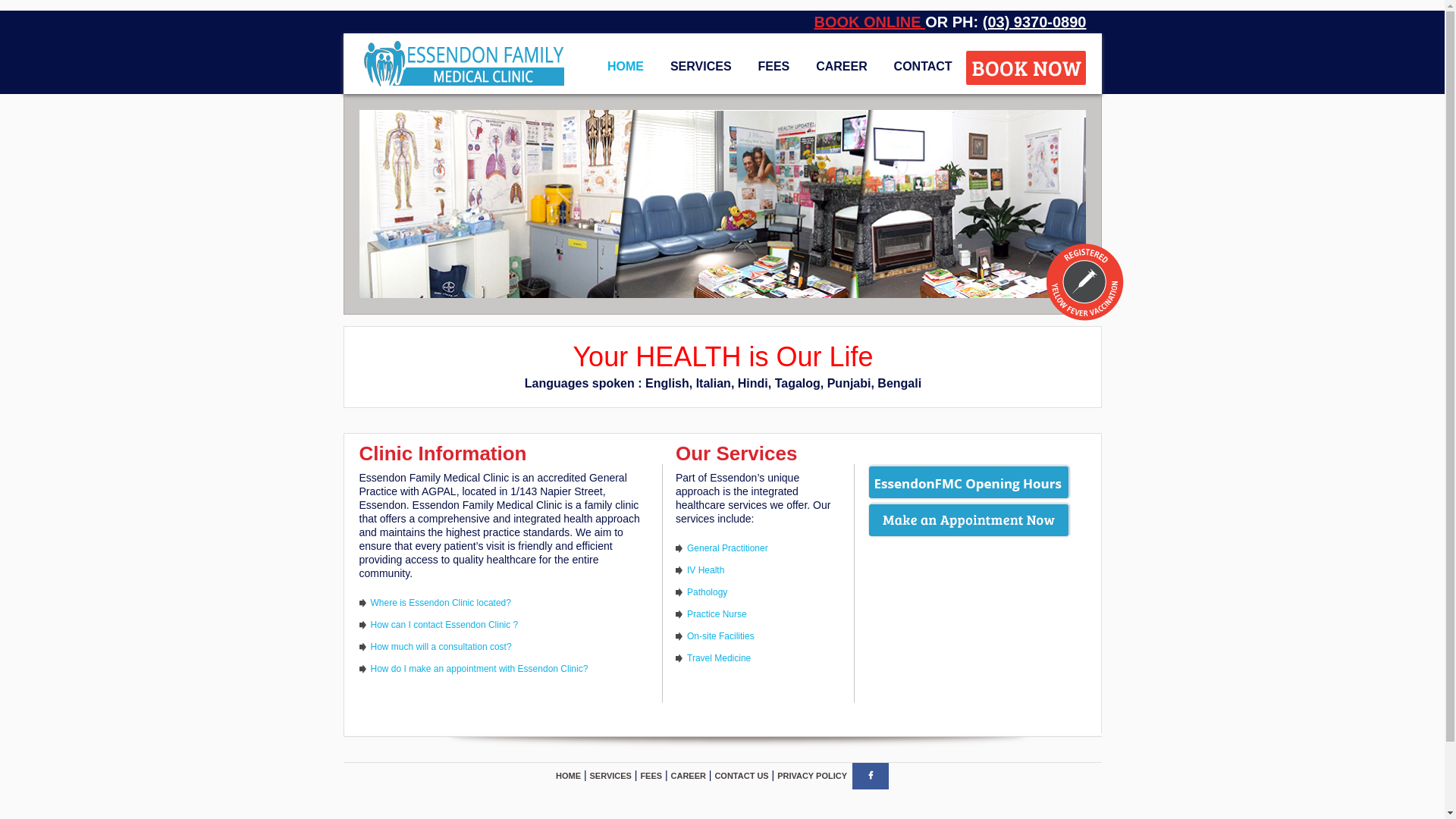 This screenshot has width=1456, height=819. Describe the element at coordinates (660, 65) in the screenshot. I see `'SERVICES'` at that location.